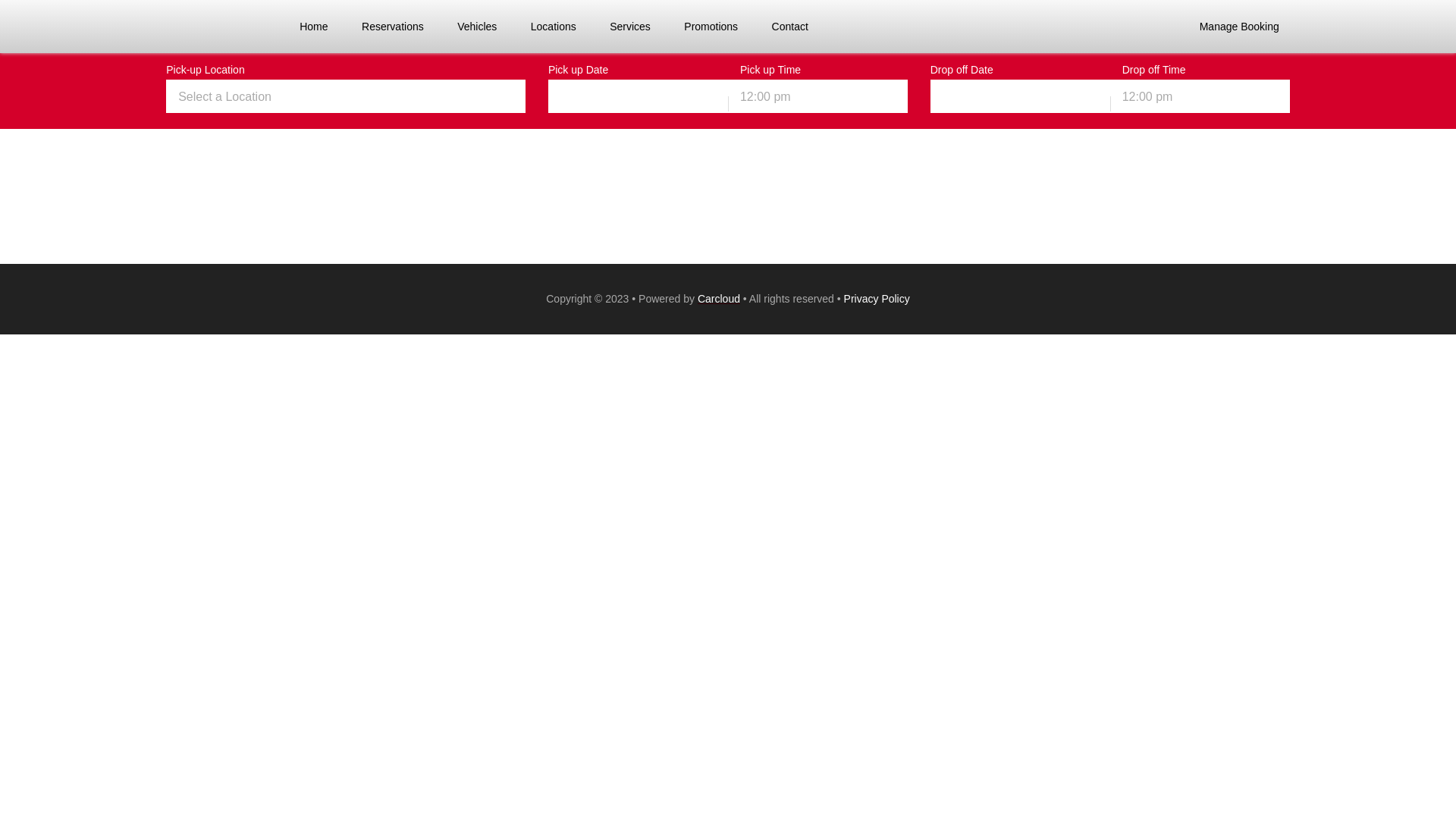 The image size is (1456, 819). I want to click on 'Vehicles', so click(475, 26).